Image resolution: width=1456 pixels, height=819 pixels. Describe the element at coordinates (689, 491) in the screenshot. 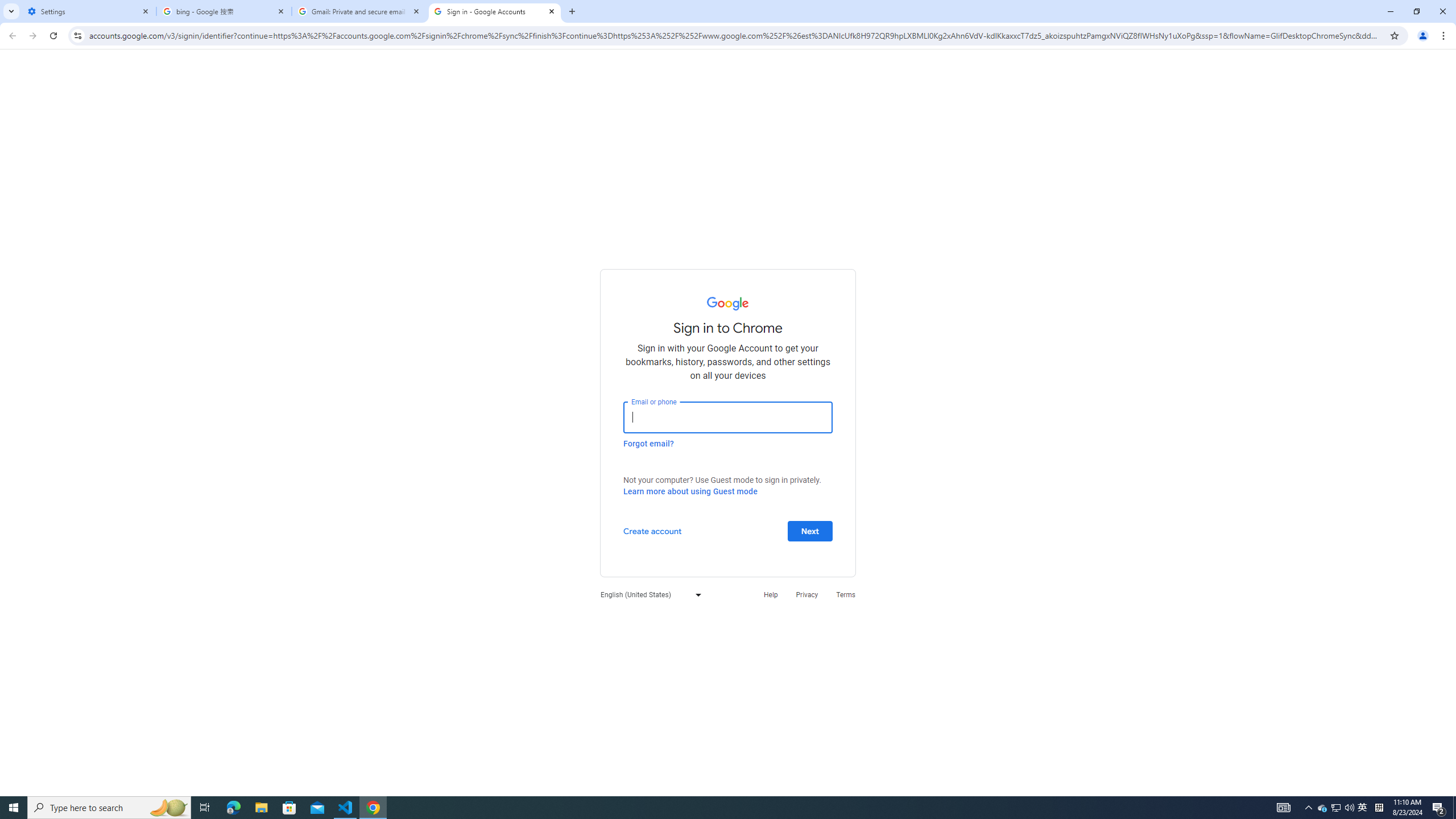

I see `'Learn more about using Guest mode'` at that location.